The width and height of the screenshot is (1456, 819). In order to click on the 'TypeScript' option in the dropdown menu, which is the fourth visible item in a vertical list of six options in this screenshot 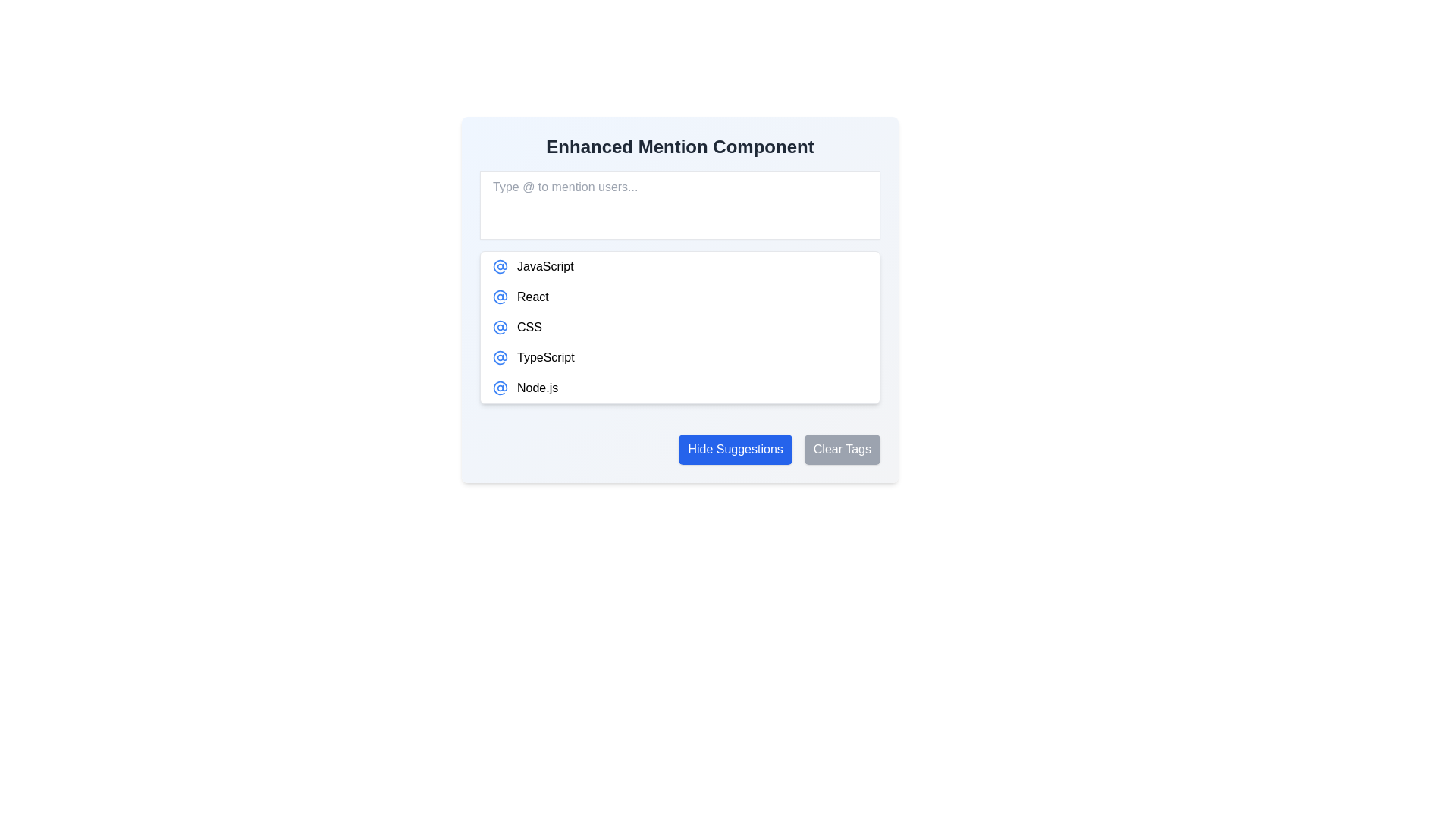, I will do `click(679, 357)`.